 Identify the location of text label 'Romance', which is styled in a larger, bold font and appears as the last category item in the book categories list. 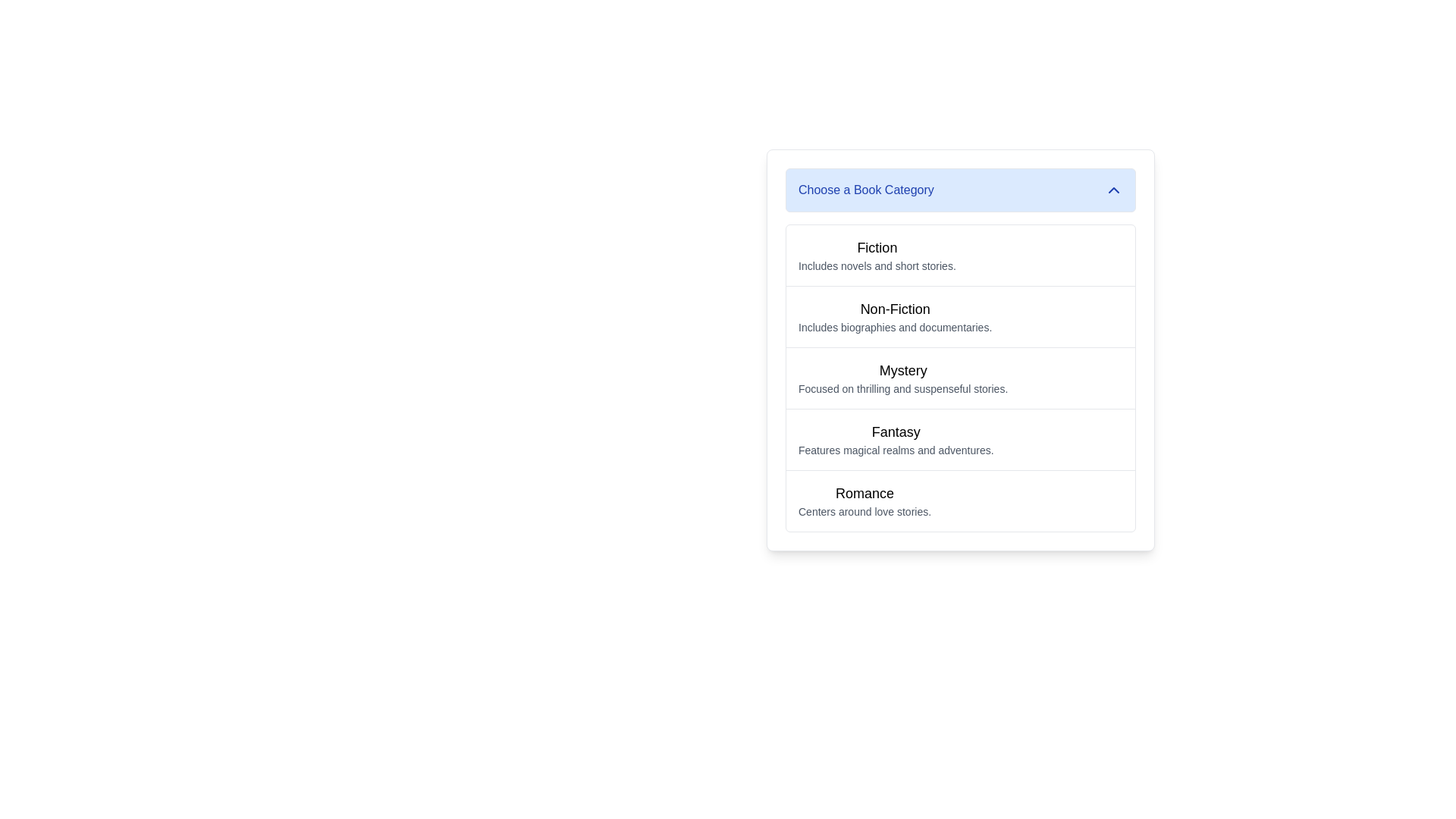
(864, 494).